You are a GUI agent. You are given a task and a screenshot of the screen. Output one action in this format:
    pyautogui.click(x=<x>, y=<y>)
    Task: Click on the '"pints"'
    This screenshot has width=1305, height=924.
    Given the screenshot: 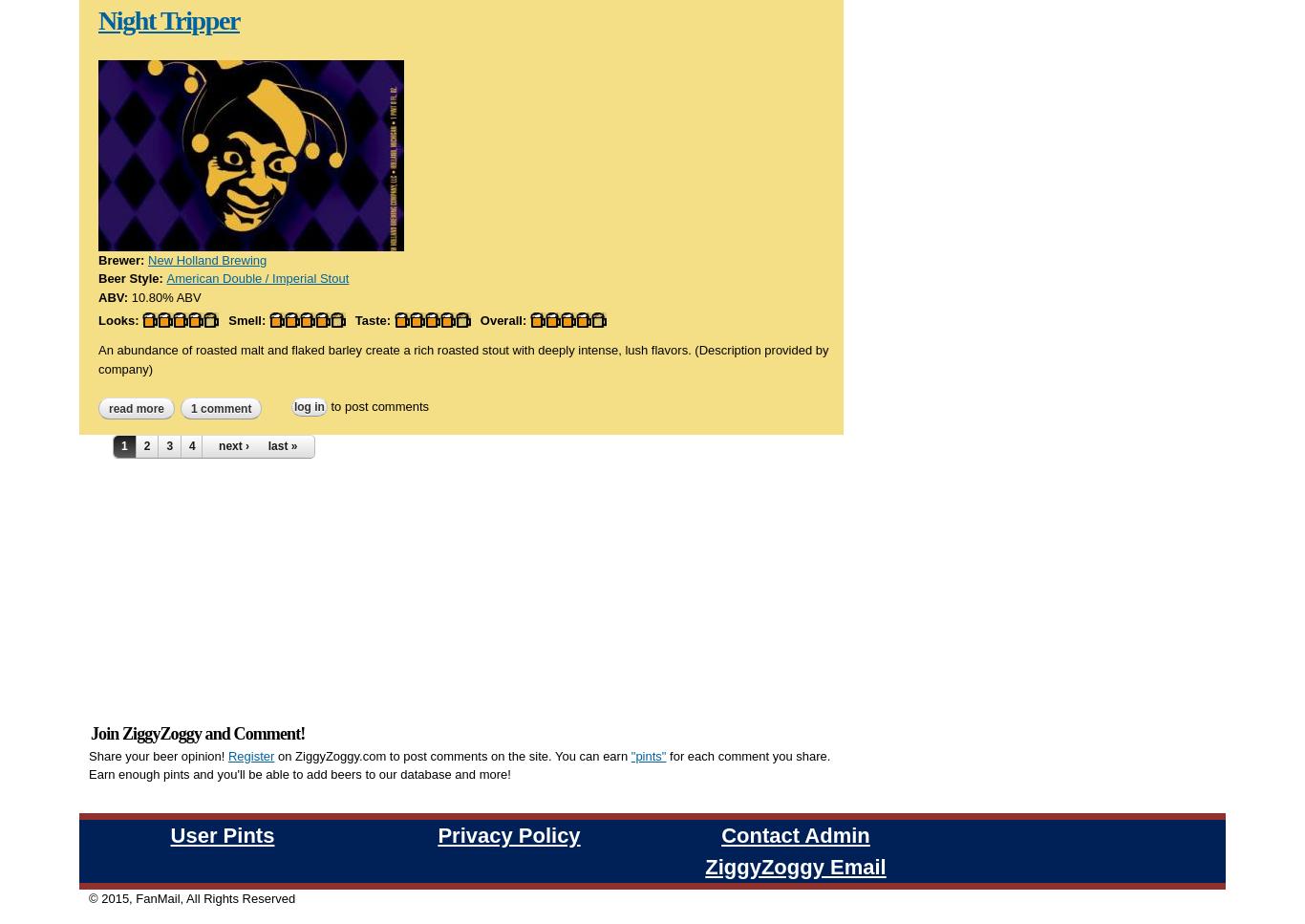 What is the action you would take?
    pyautogui.click(x=630, y=529)
    